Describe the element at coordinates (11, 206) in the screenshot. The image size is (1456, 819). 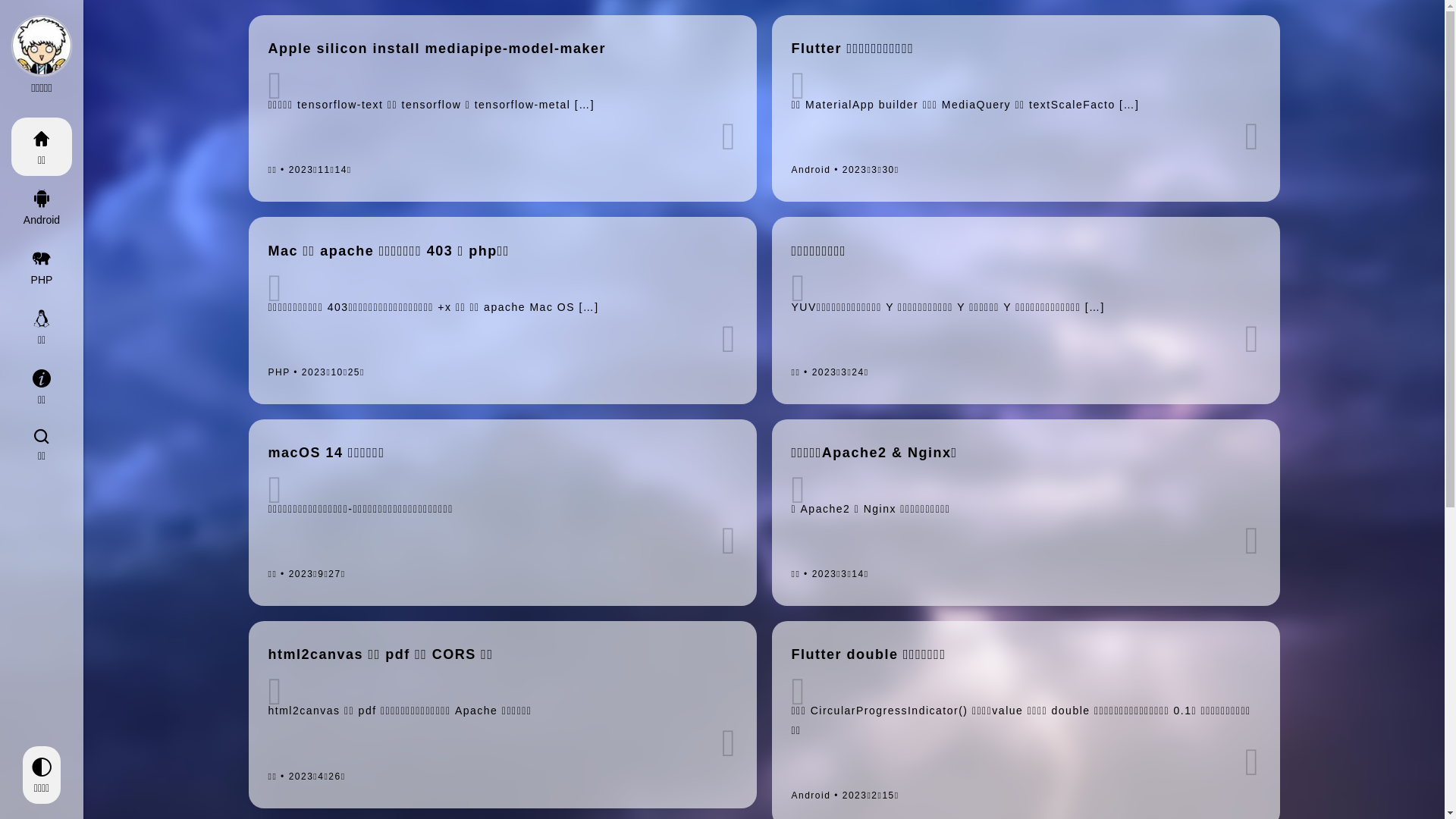
I see `'Android'` at that location.